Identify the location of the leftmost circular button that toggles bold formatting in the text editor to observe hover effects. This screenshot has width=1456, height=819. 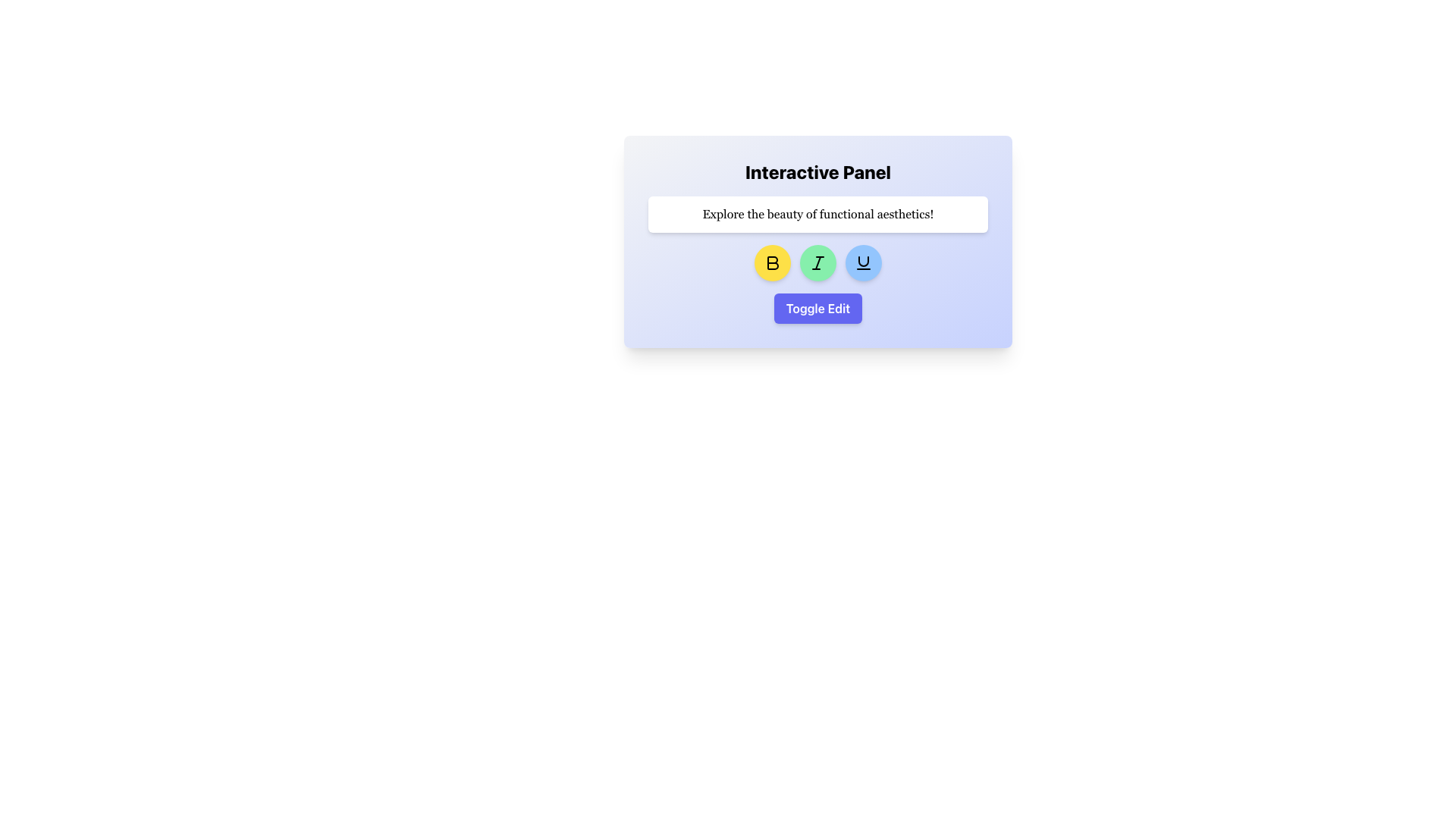
(772, 262).